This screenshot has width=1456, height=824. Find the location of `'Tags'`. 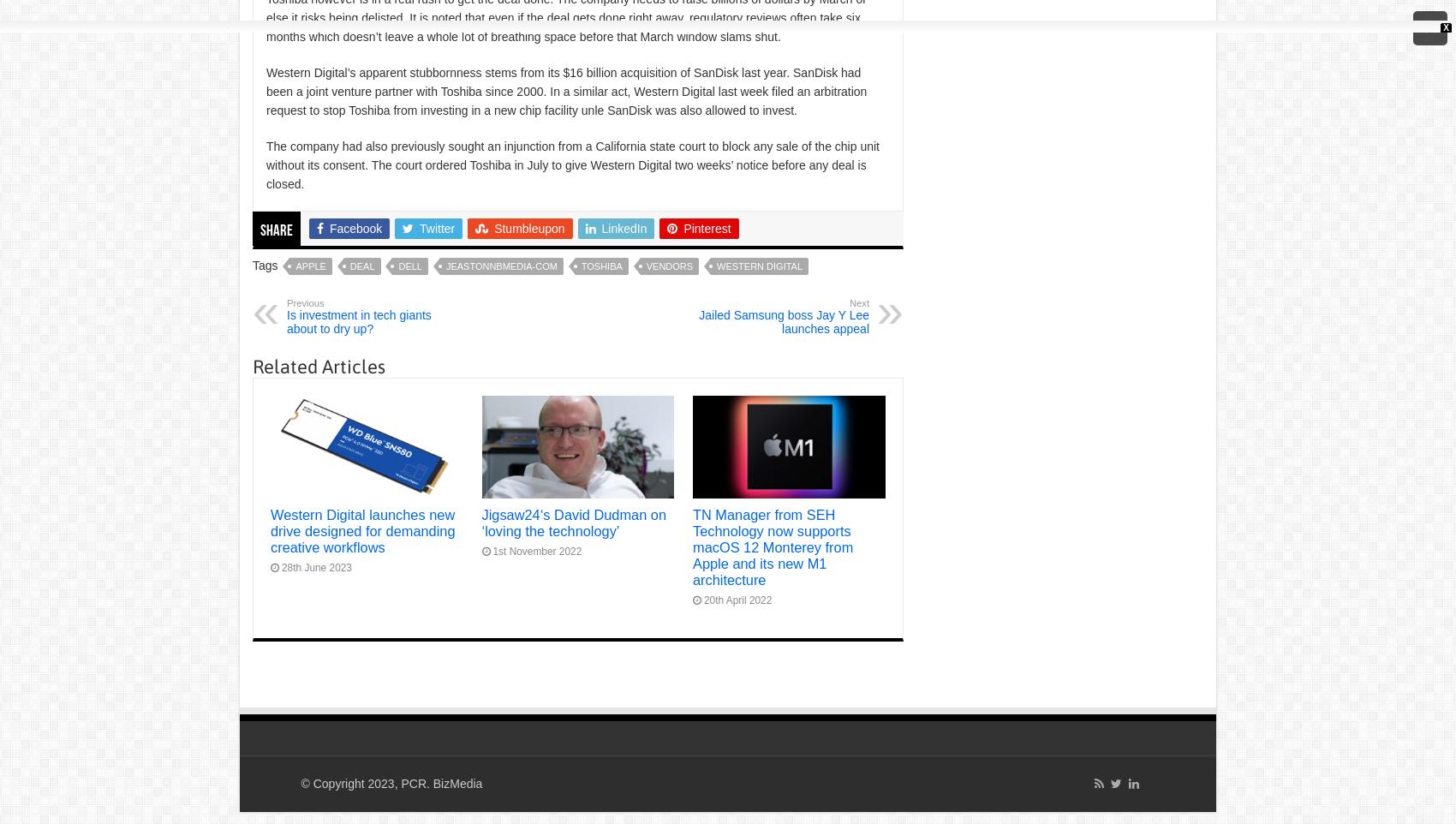

'Tags' is located at coordinates (266, 264).